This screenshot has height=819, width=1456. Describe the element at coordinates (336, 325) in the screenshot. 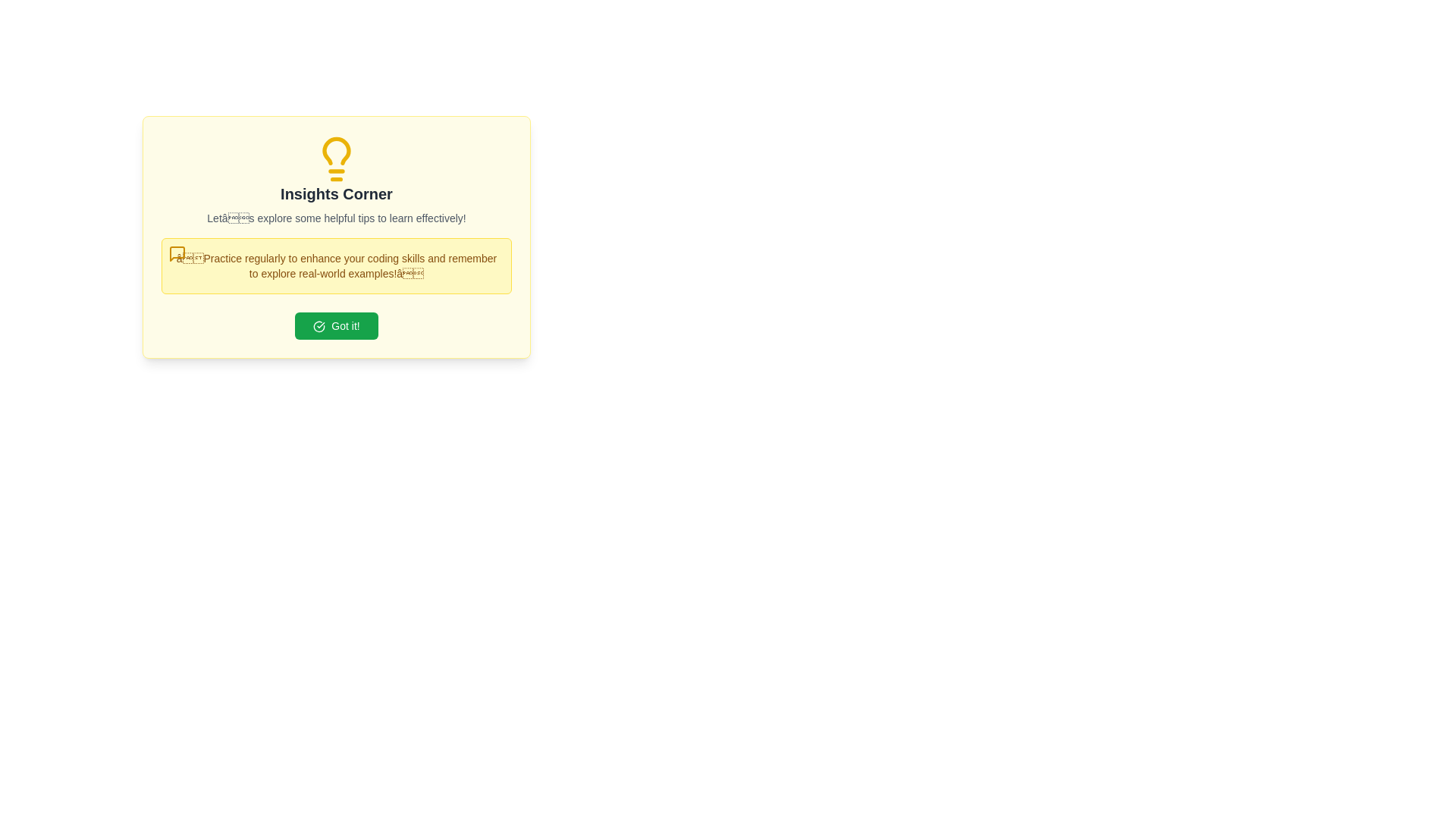

I see `the button located at the bottom of the 'Insights Corner' section to acknowledge the message or proceed to the next step` at that location.